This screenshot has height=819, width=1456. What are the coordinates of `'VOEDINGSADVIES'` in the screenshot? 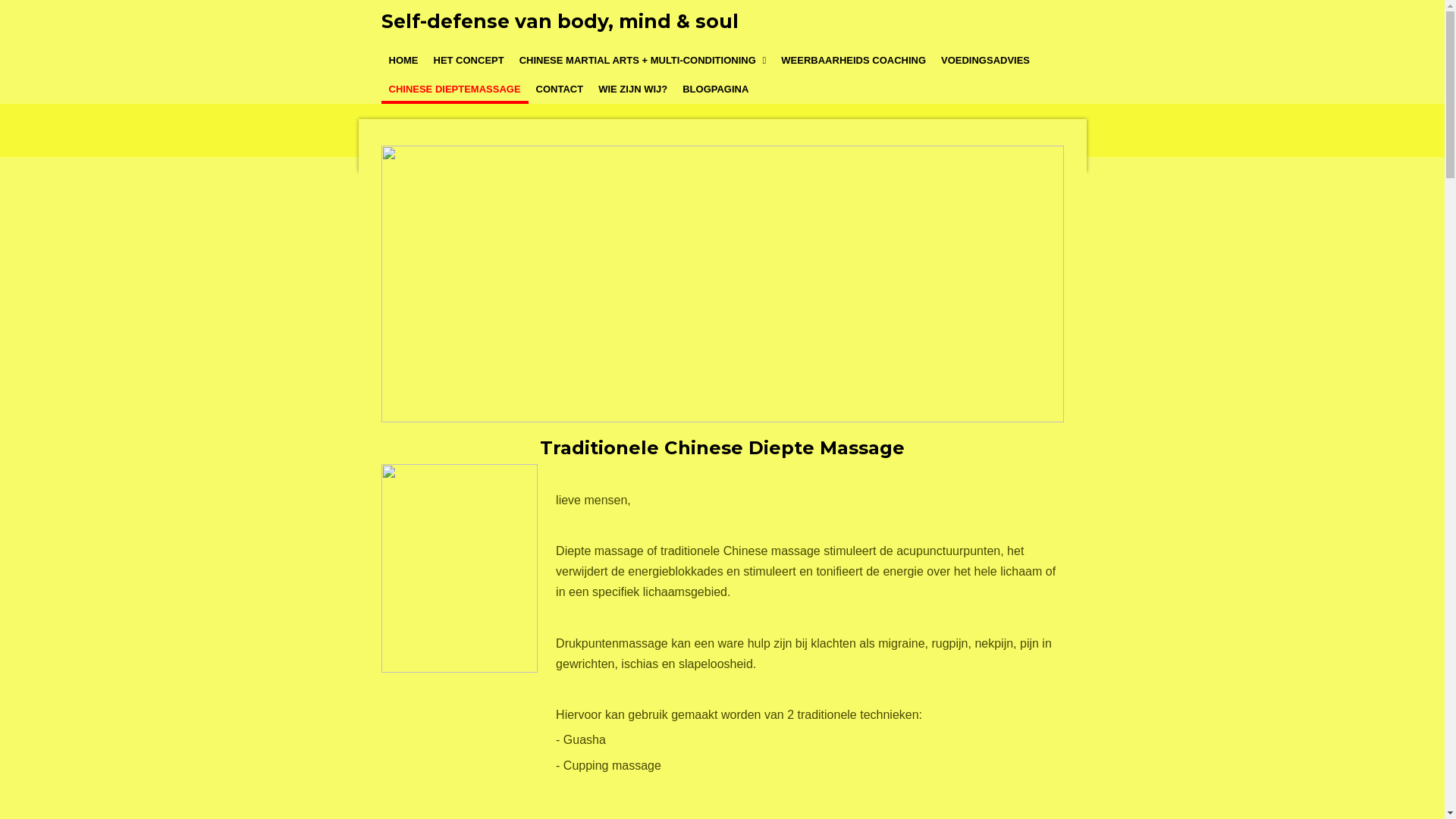 It's located at (985, 60).